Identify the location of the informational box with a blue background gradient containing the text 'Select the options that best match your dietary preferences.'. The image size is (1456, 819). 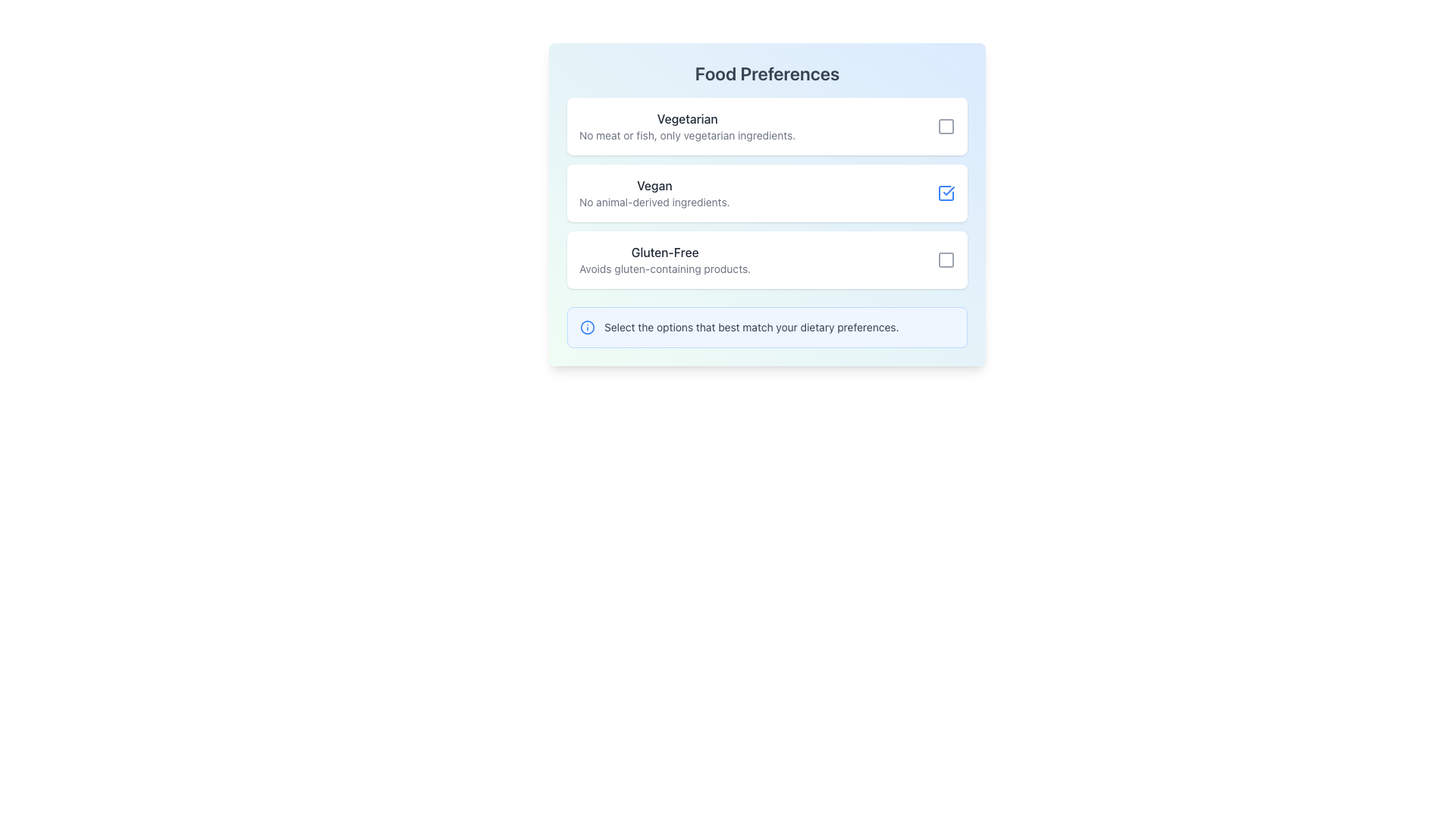
(767, 327).